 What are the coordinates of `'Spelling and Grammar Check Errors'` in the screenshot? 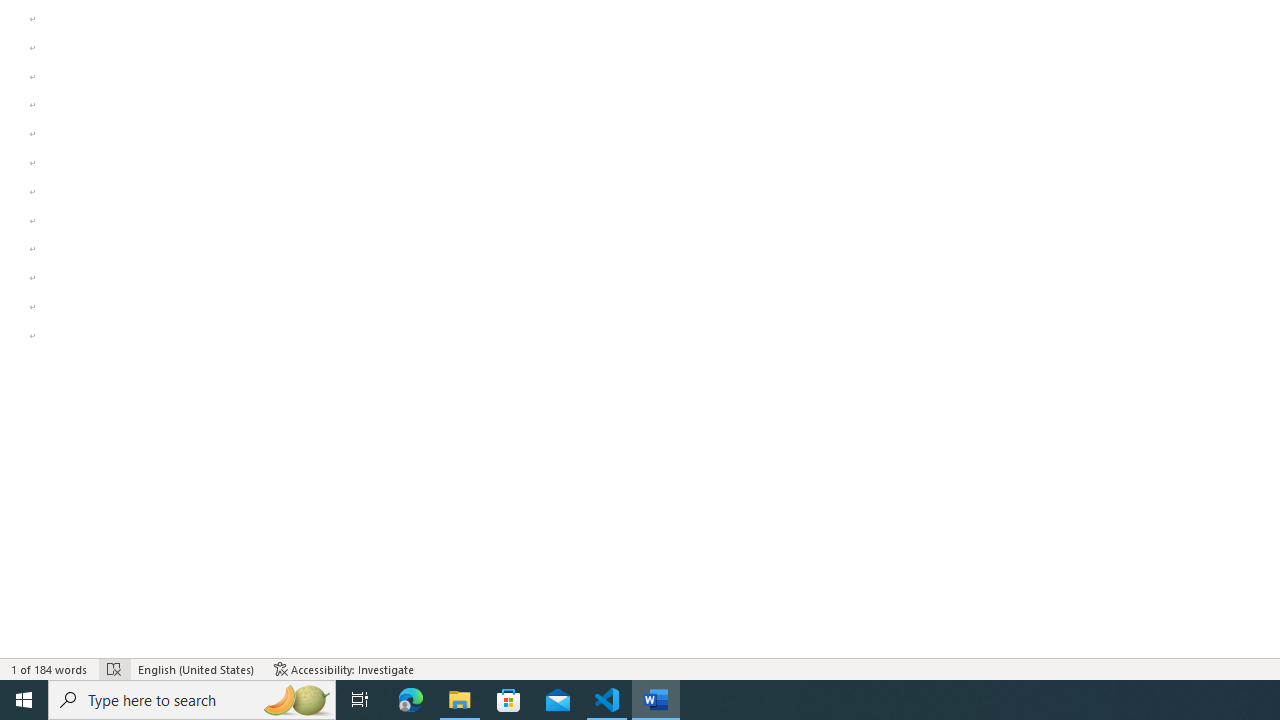 It's located at (113, 669).